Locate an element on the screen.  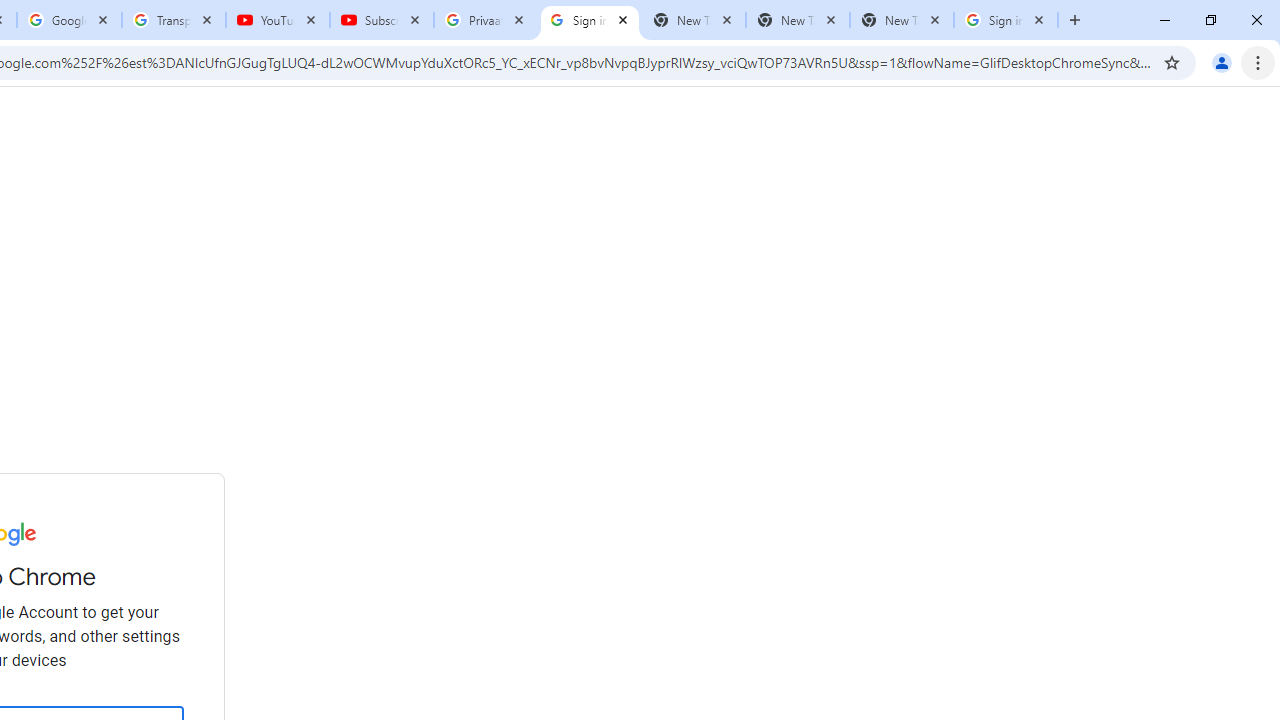
'New Tab' is located at coordinates (900, 20).